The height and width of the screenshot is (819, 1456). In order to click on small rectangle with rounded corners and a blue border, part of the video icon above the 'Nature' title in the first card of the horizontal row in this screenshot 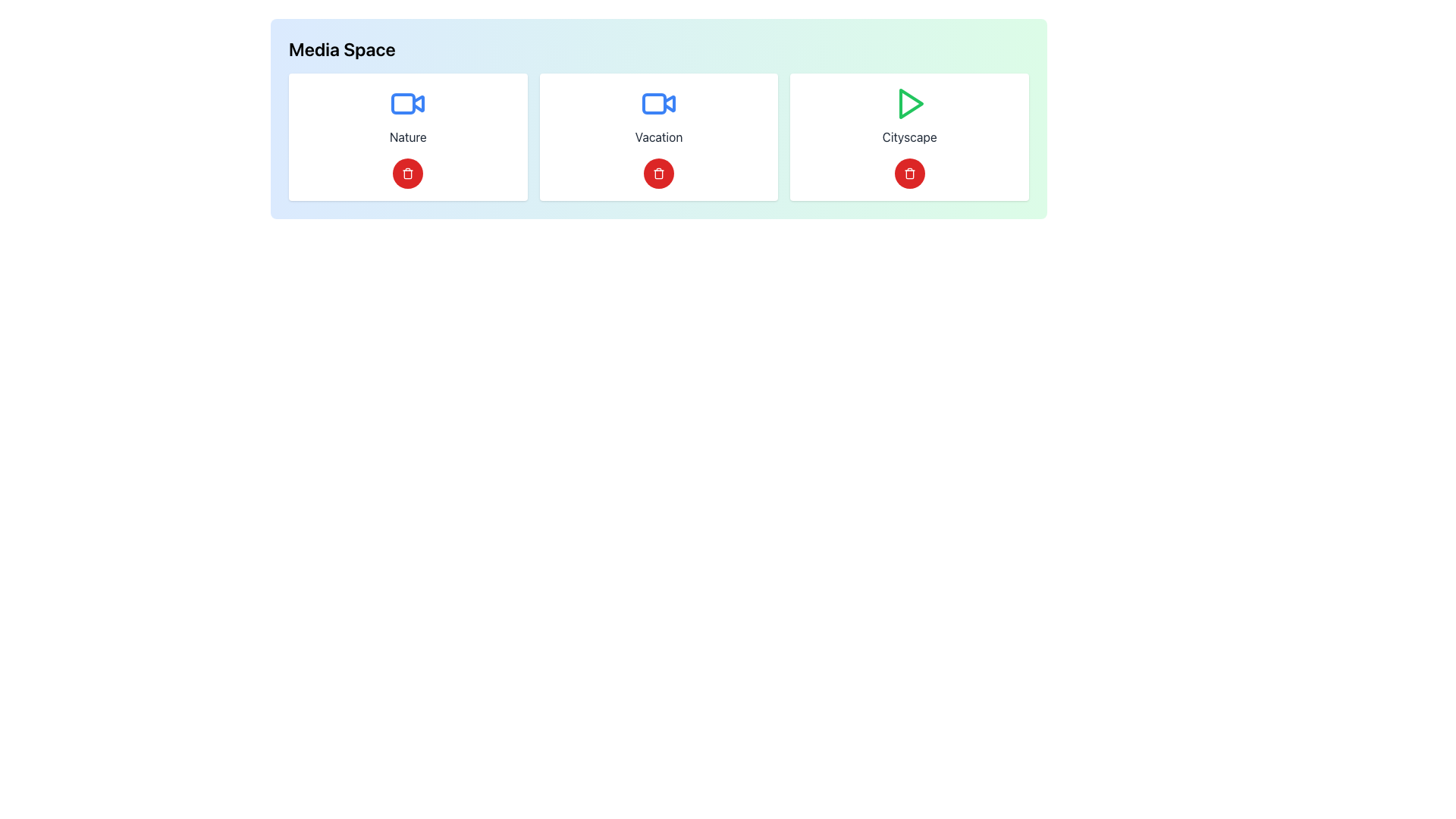, I will do `click(403, 103)`.